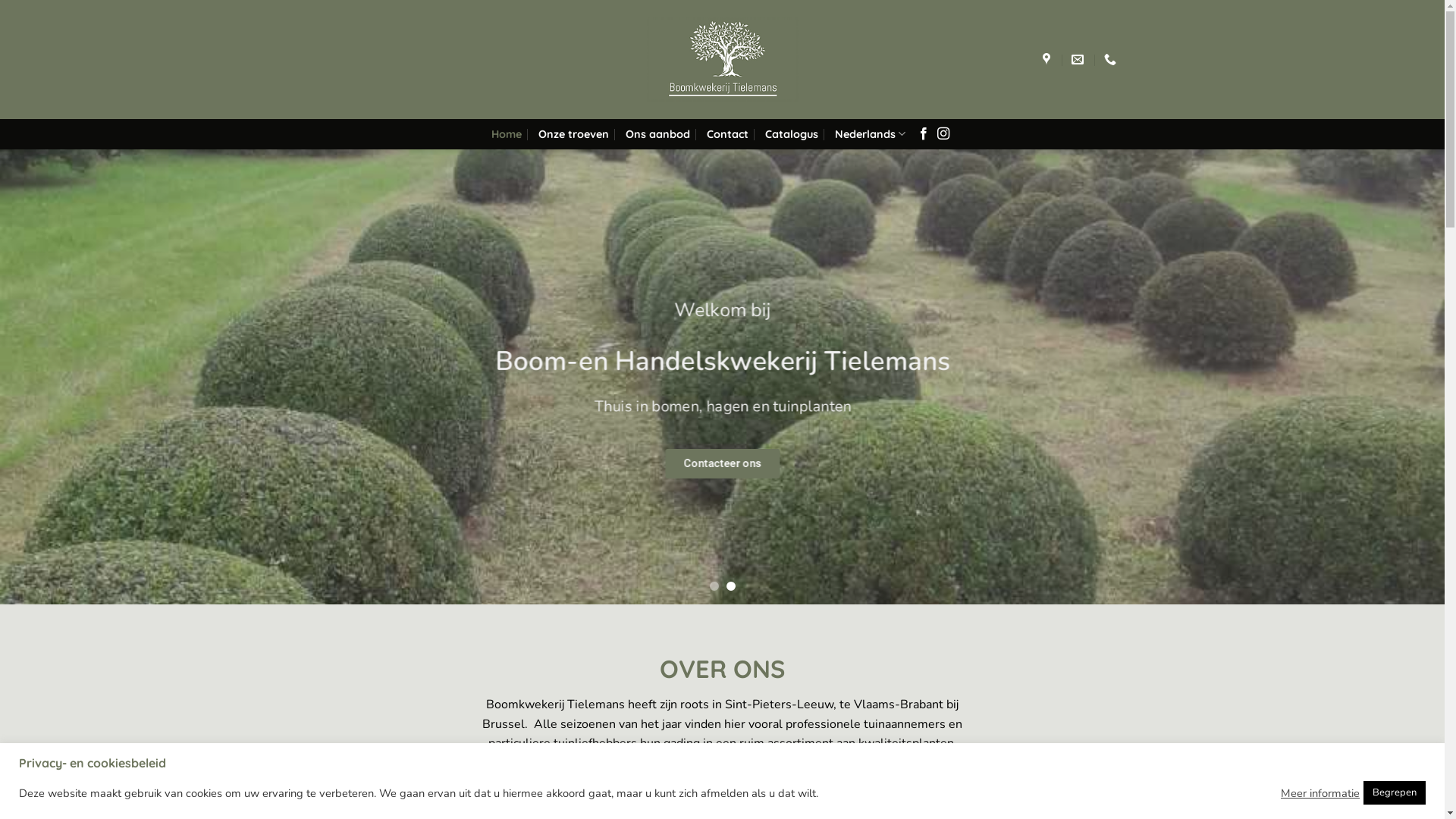 The width and height of the screenshot is (1456, 819). Describe the element at coordinates (538, 133) in the screenshot. I see `'Onze troeven'` at that location.